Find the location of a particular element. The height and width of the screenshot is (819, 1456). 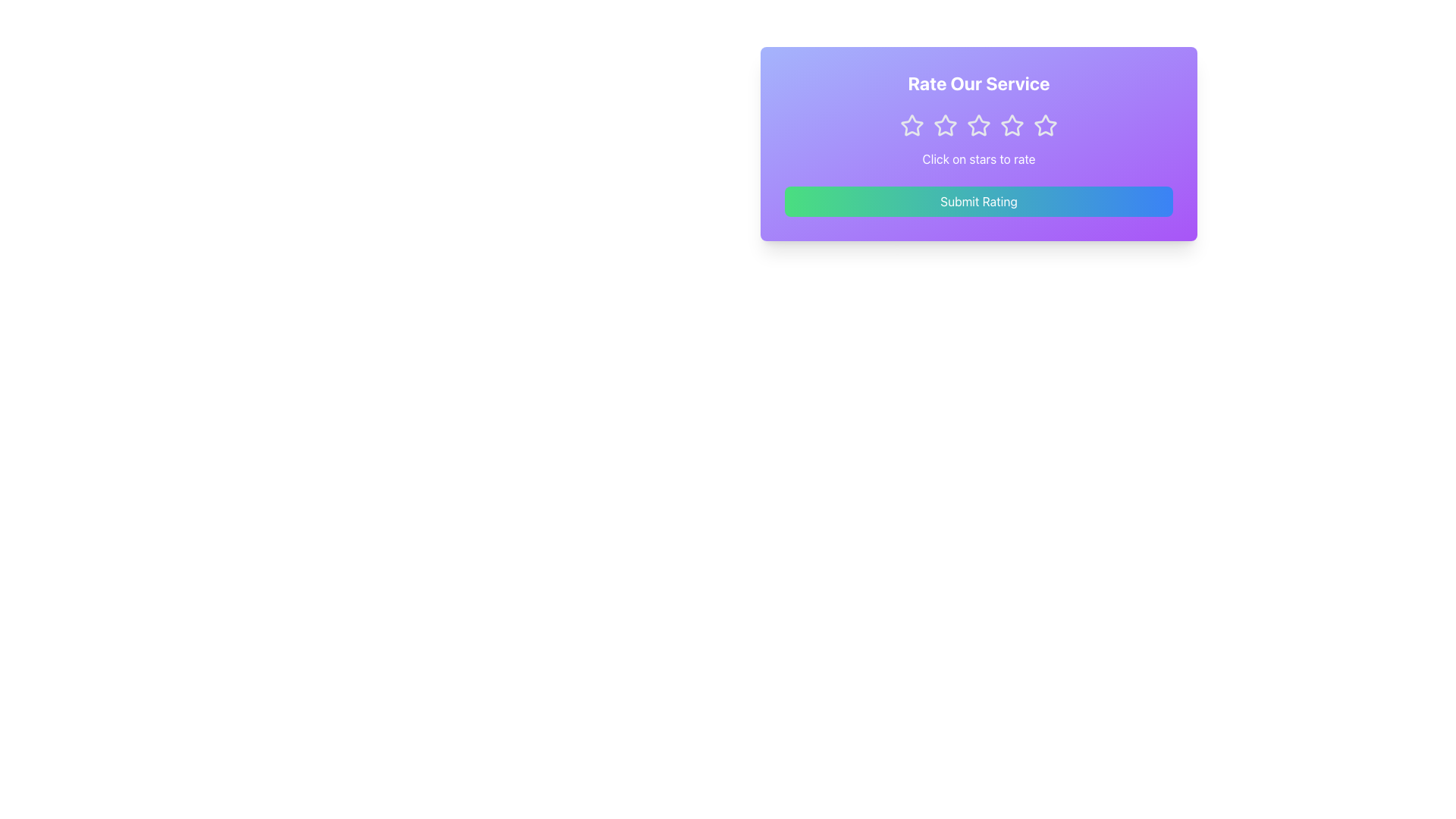

the fourth star-shaped icon filled with light purple color in the 'Rate Our Service' card is located at coordinates (1012, 124).